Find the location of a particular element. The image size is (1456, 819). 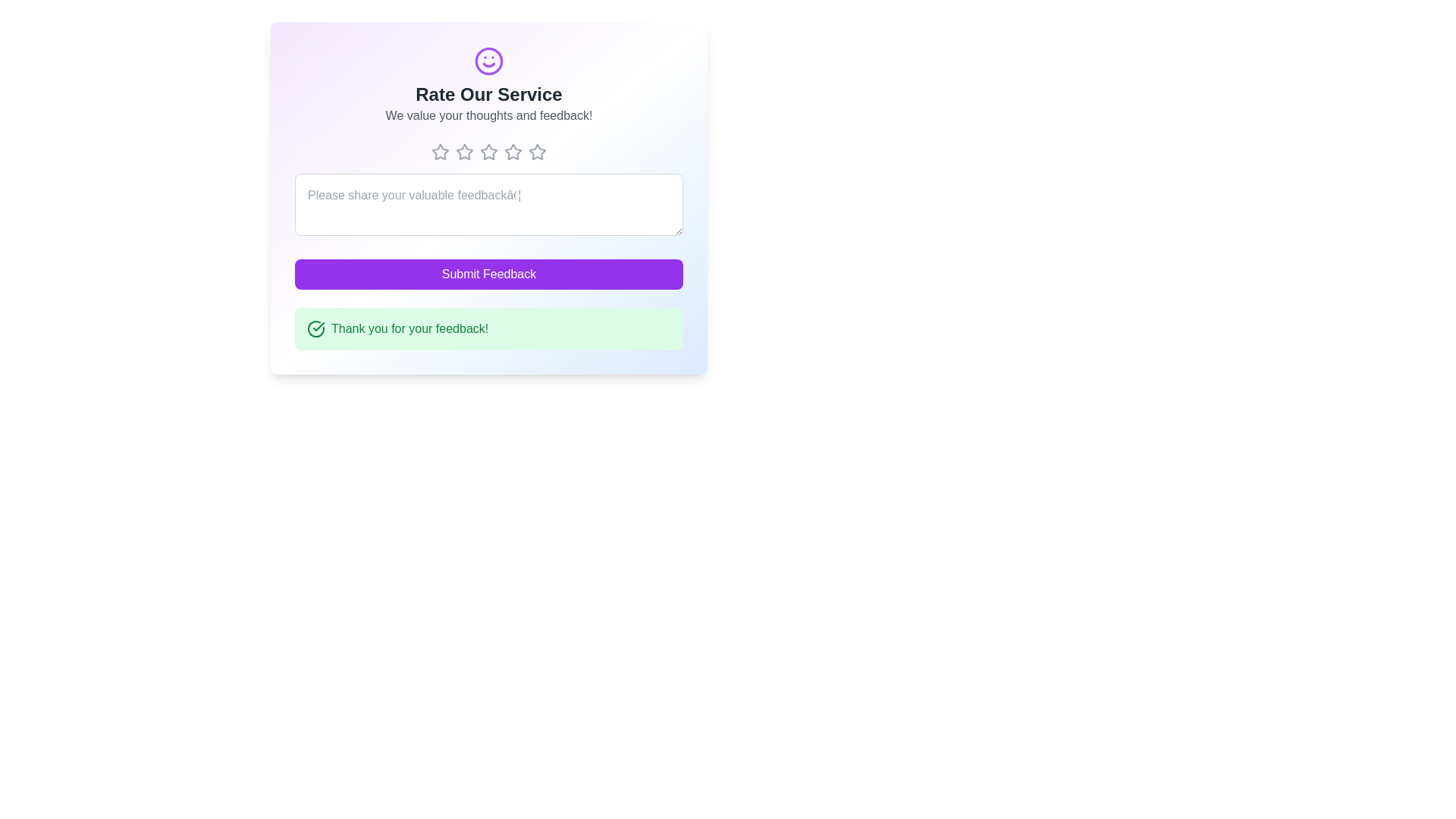

the fourth star icon in the rating system is located at coordinates (538, 152).